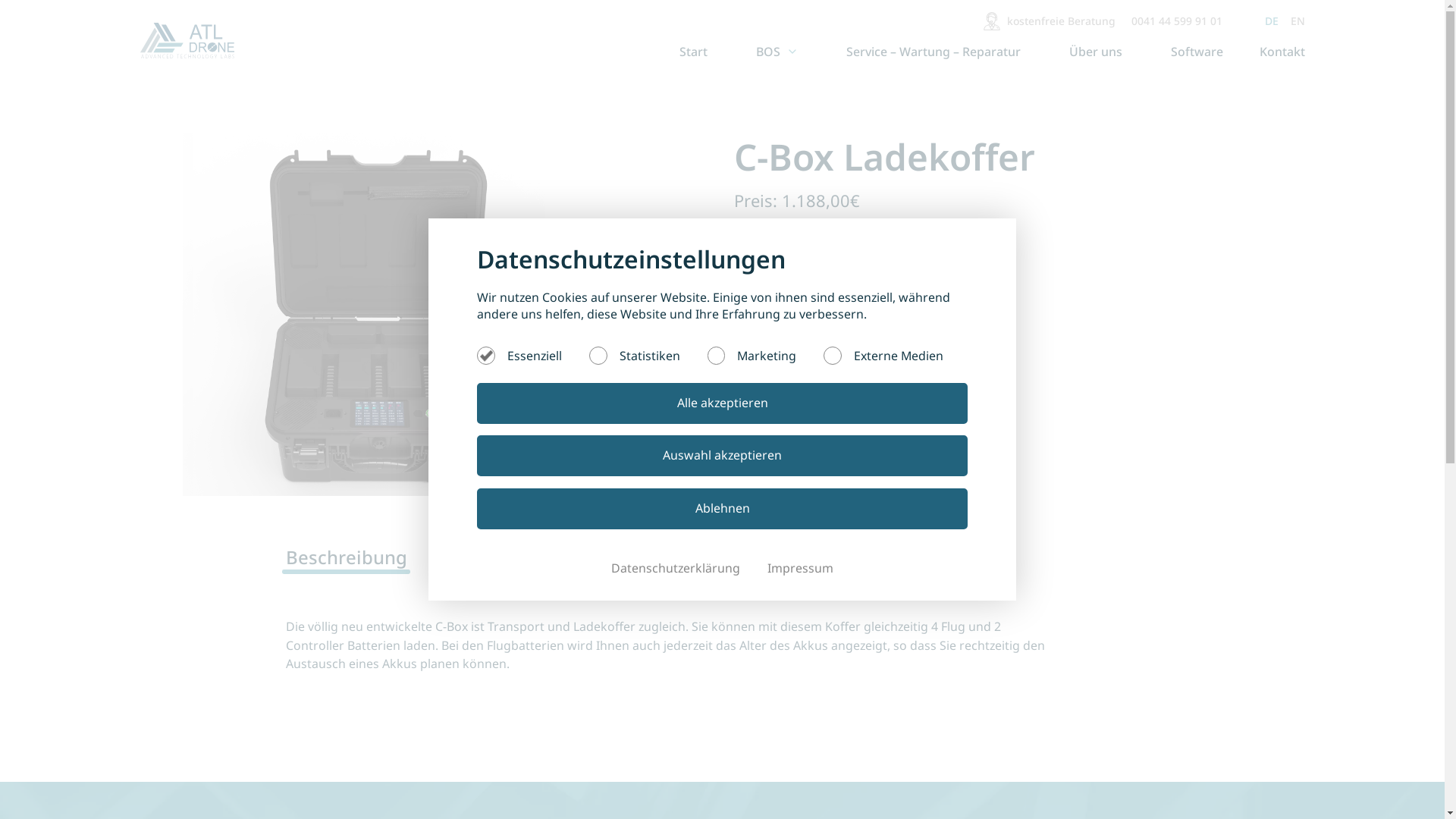  What do you see at coordinates (1271, 20) in the screenshot?
I see `'DE'` at bounding box center [1271, 20].